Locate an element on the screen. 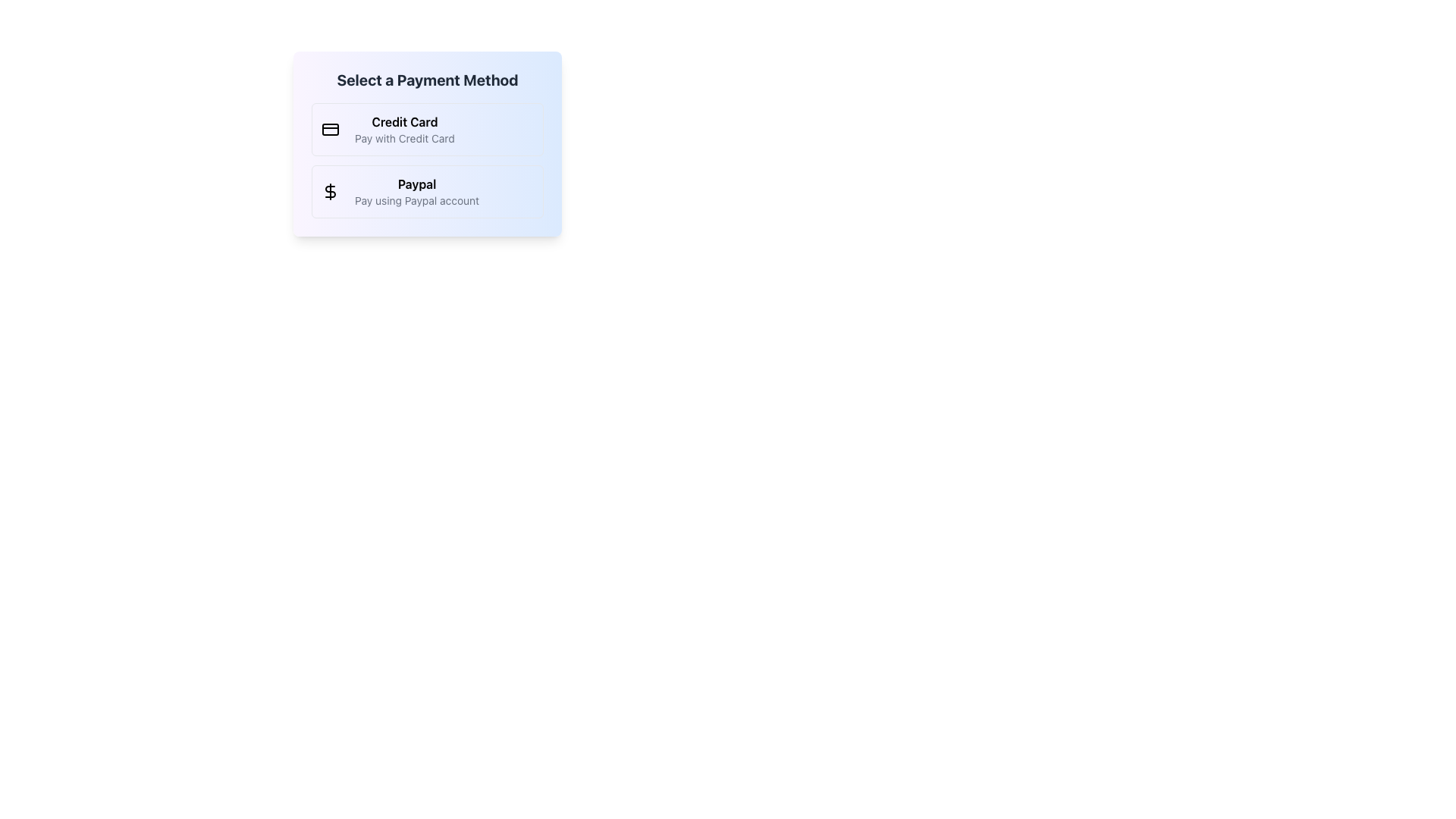 The width and height of the screenshot is (1456, 819). the bold text label 'Paypal' located in the payment selection interface, which is positioned below the 'Select a Payment Method' heading and adjacent to the dollar icon is located at coordinates (417, 184).